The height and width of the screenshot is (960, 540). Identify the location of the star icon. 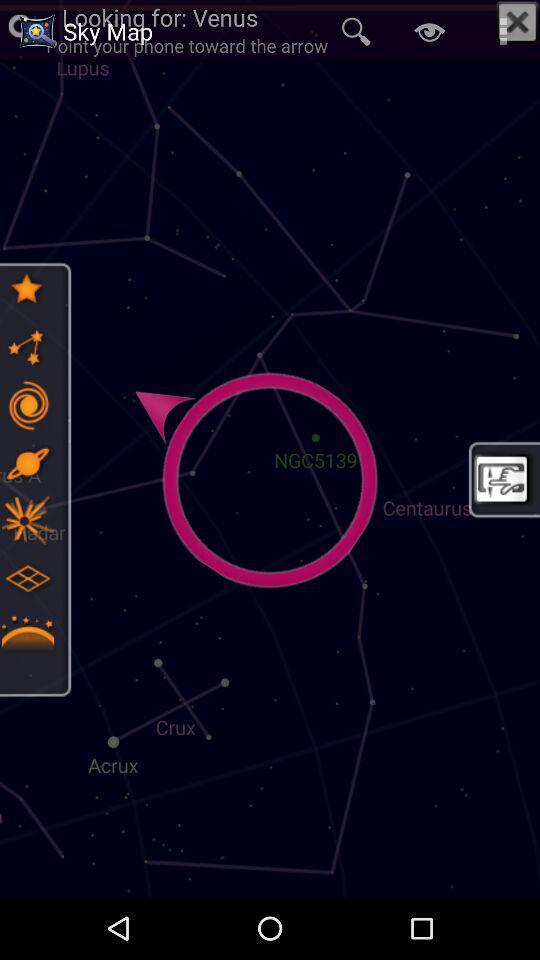
(26, 288).